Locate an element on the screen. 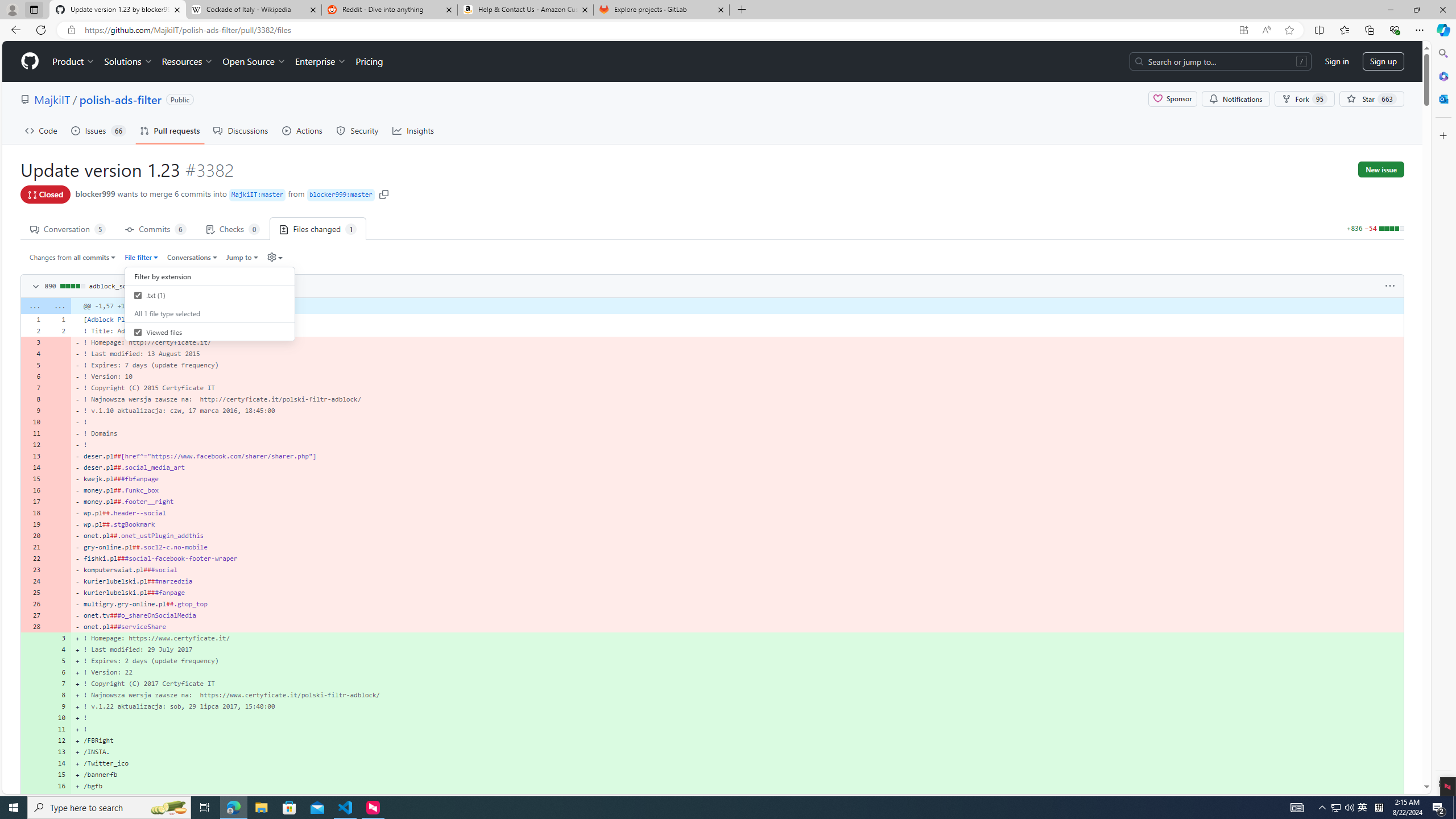 The width and height of the screenshot is (1456, 819). '8' is located at coordinates (58, 694).